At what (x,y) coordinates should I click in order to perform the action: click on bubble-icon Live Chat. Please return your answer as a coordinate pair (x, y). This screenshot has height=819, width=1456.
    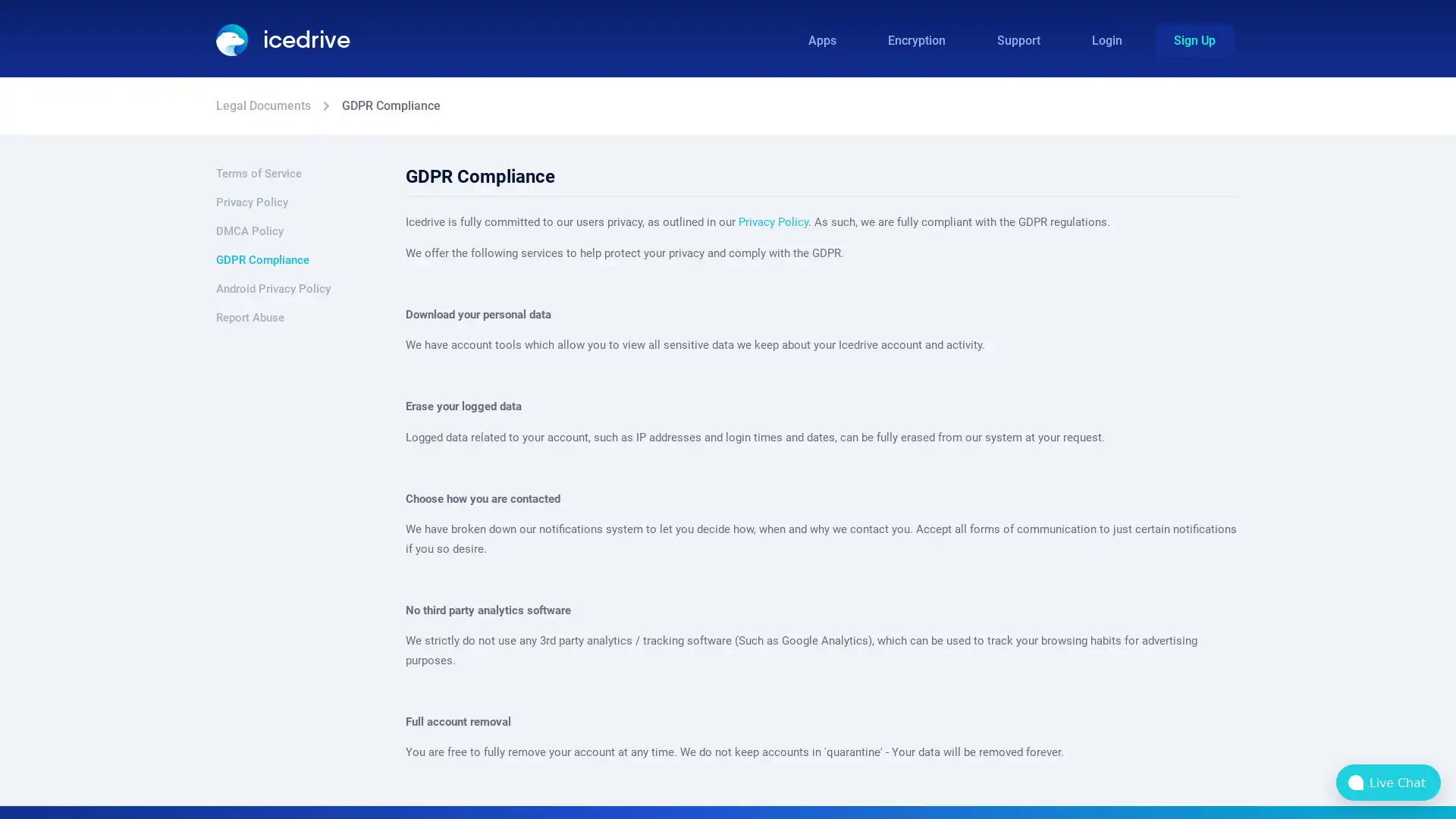
    Looking at the image, I should click on (1388, 783).